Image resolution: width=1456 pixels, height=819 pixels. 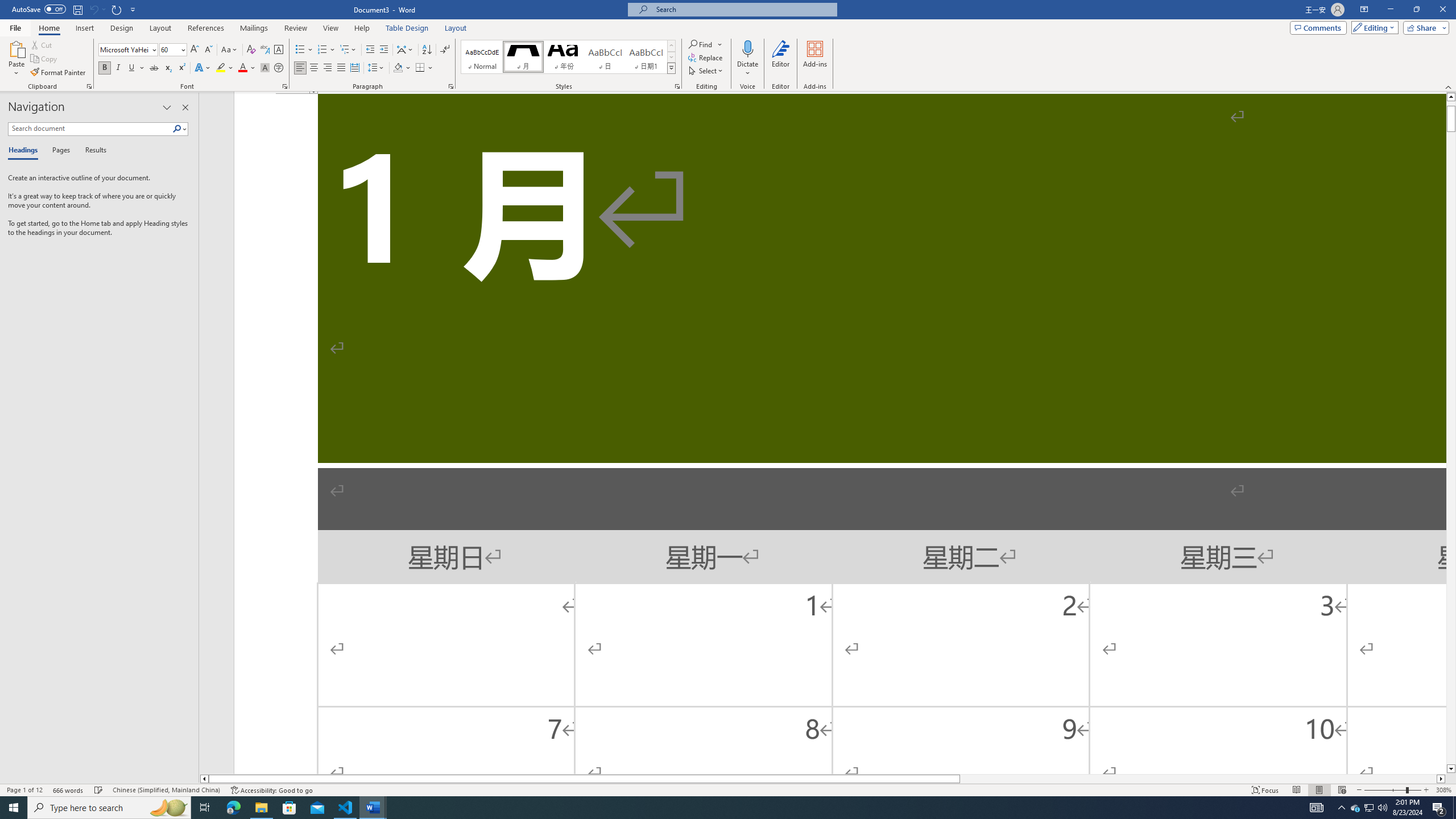 What do you see at coordinates (1451, 768) in the screenshot?
I see `'Line down'` at bounding box center [1451, 768].